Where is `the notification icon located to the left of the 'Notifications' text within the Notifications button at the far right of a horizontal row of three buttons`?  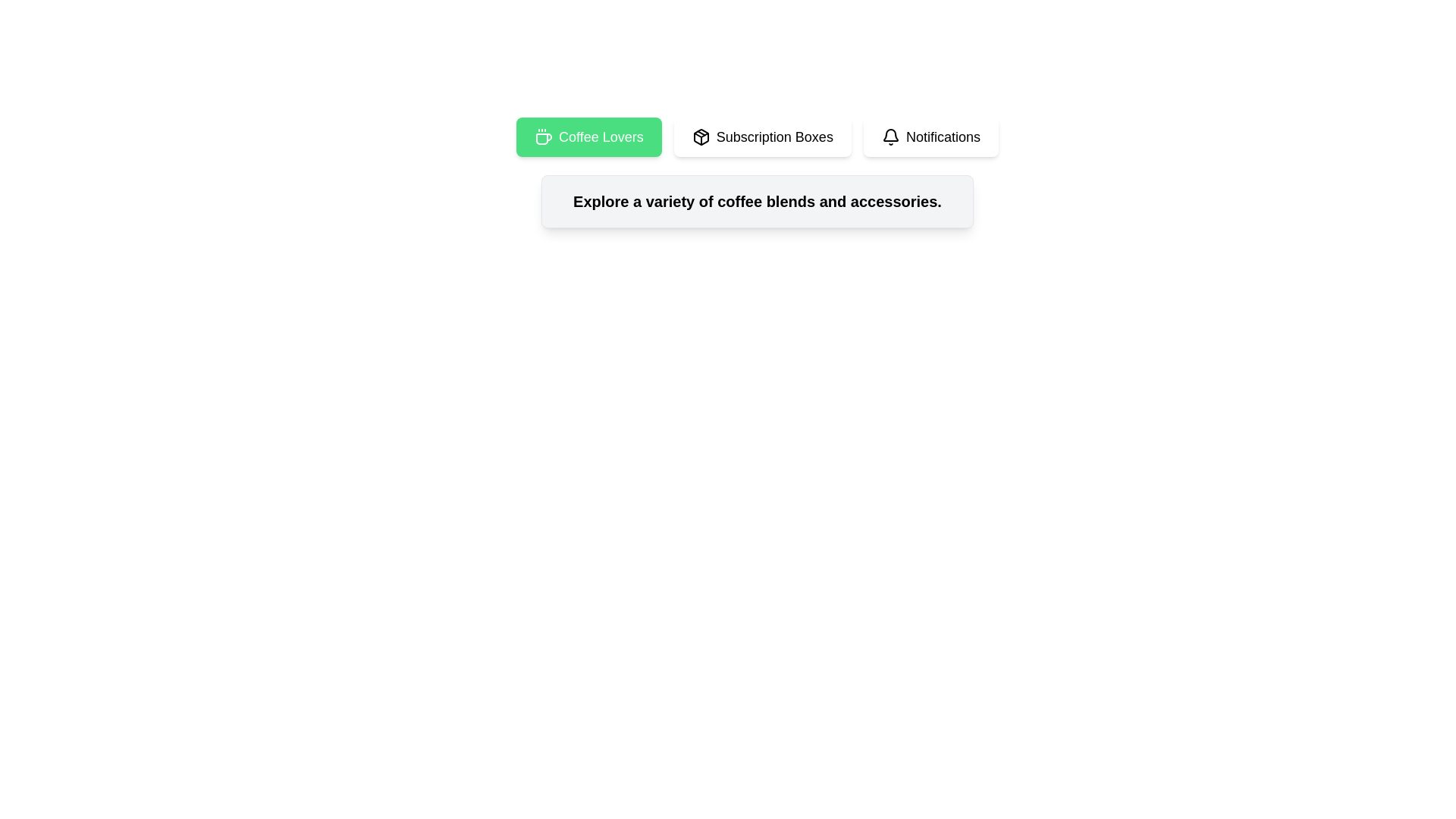 the notification icon located to the left of the 'Notifications' text within the Notifications button at the far right of a horizontal row of three buttons is located at coordinates (890, 137).